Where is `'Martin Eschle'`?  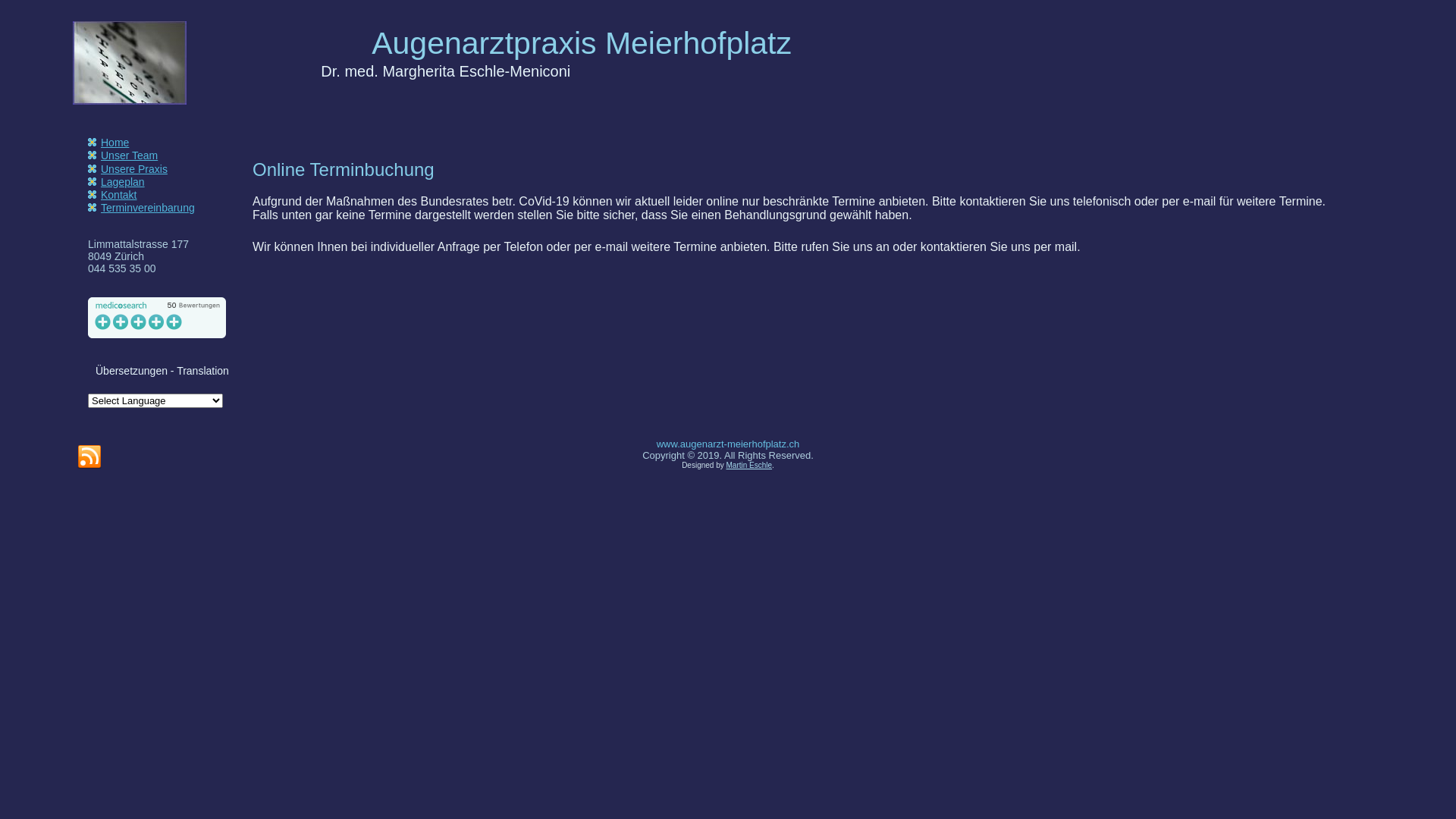
'Martin Eschle' is located at coordinates (726, 464).